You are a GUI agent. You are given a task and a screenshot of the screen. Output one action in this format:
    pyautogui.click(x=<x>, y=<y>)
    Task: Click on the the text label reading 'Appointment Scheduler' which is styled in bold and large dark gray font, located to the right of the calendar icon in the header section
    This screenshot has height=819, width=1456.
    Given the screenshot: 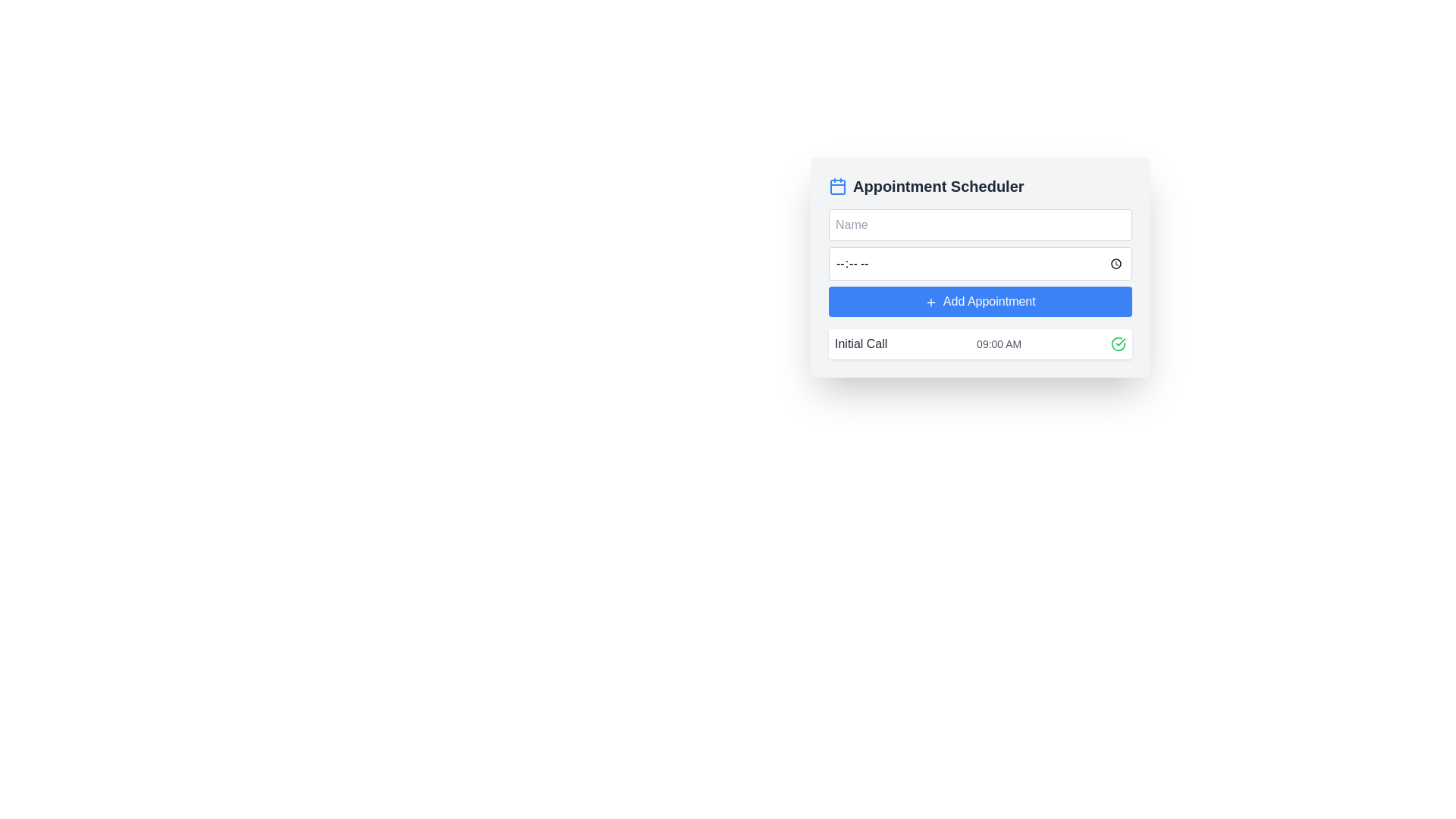 What is the action you would take?
    pyautogui.click(x=937, y=186)
    